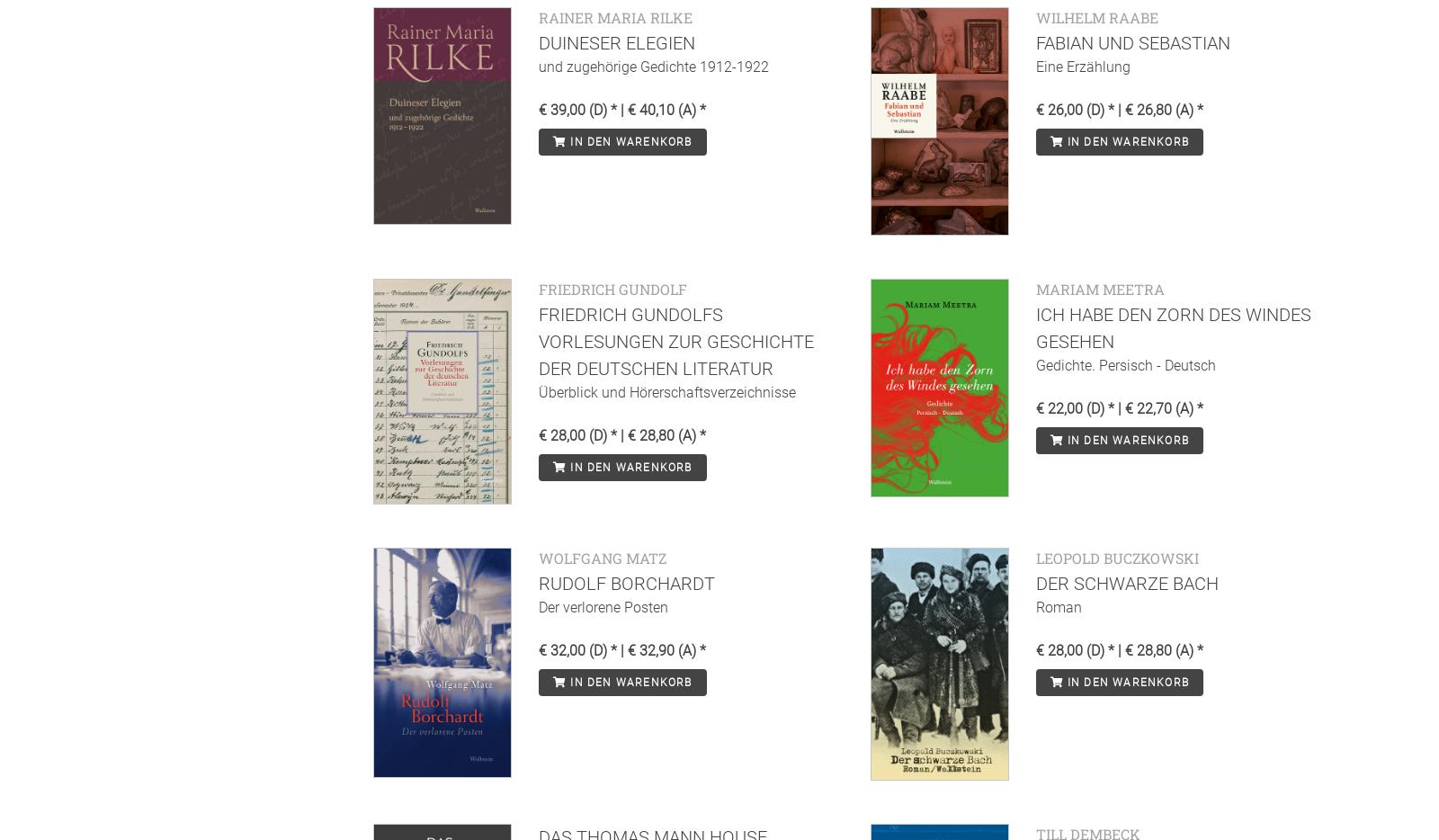 The image size is (1439, 840). I want to click on '€ 22,00 (D) * | € 22,70 (A) *', so click(1118, 407).